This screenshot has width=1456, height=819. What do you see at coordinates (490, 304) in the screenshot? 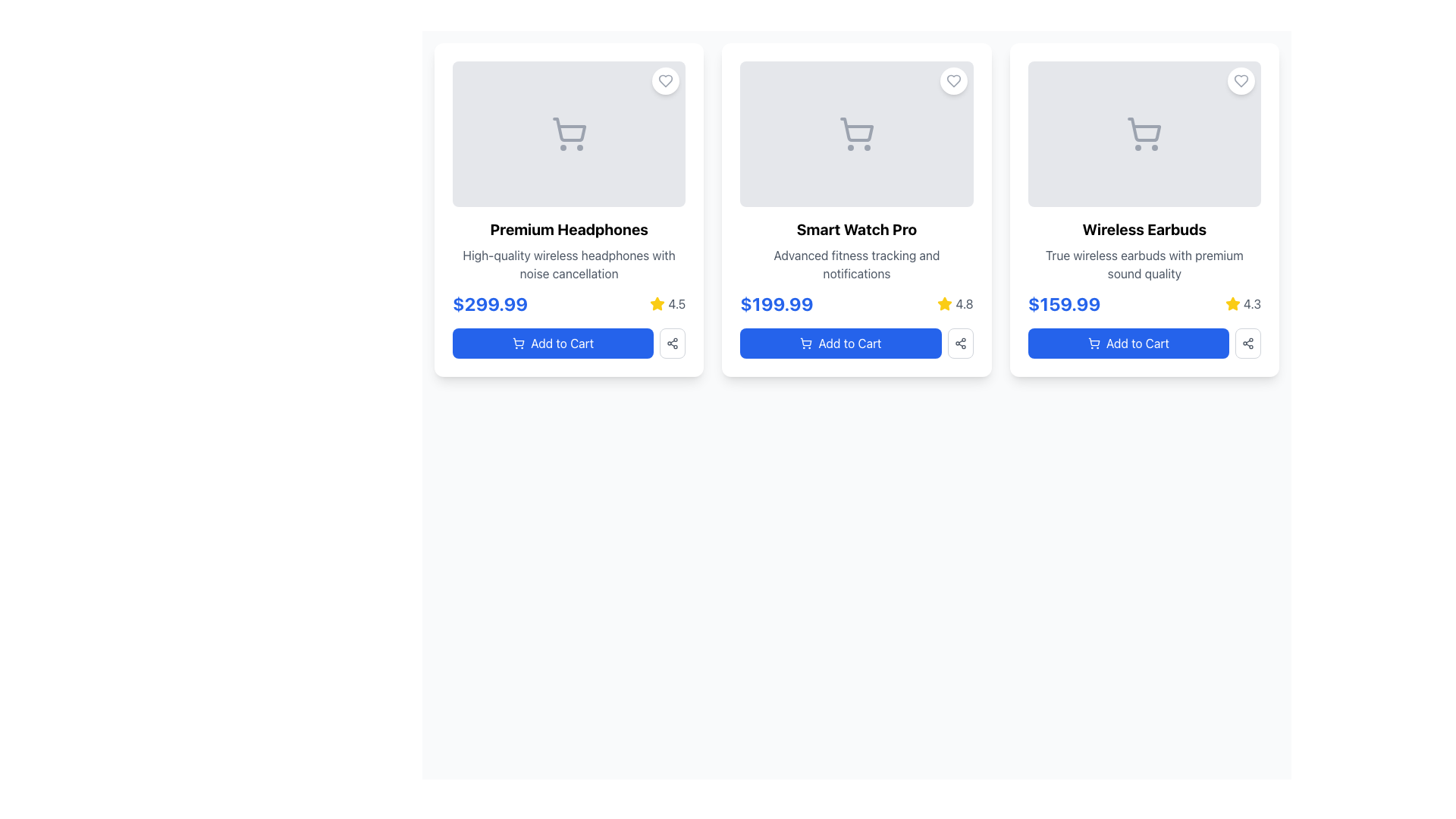
I see `the price text label located within the first product card, which is positioned below the product's title and description, and above the 'Add to Cart' button` at bounding box center [490, 304].